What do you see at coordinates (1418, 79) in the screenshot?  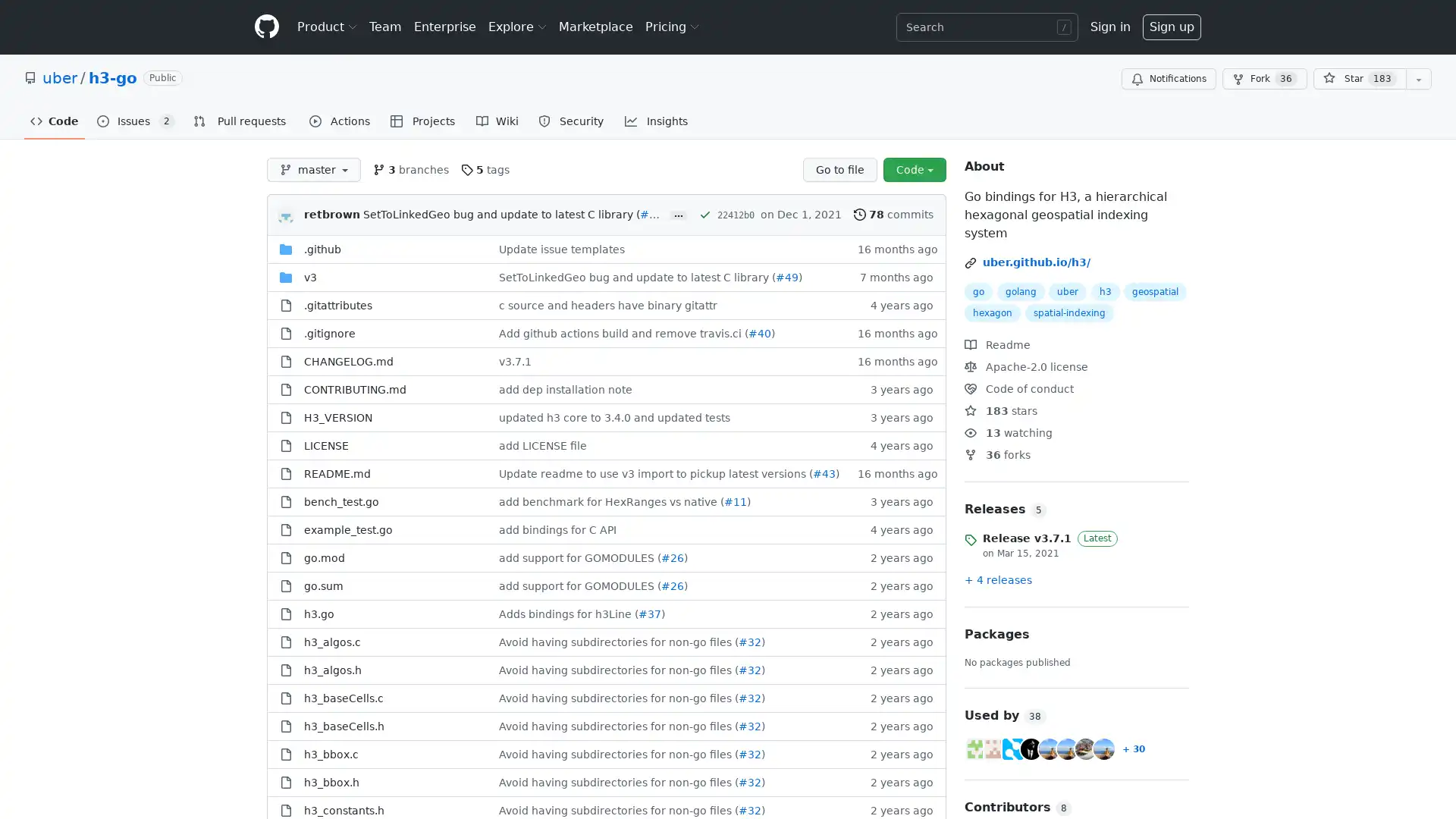 I see `You must be signed in to add this repository to a list` at bounding box center [1418, 79].